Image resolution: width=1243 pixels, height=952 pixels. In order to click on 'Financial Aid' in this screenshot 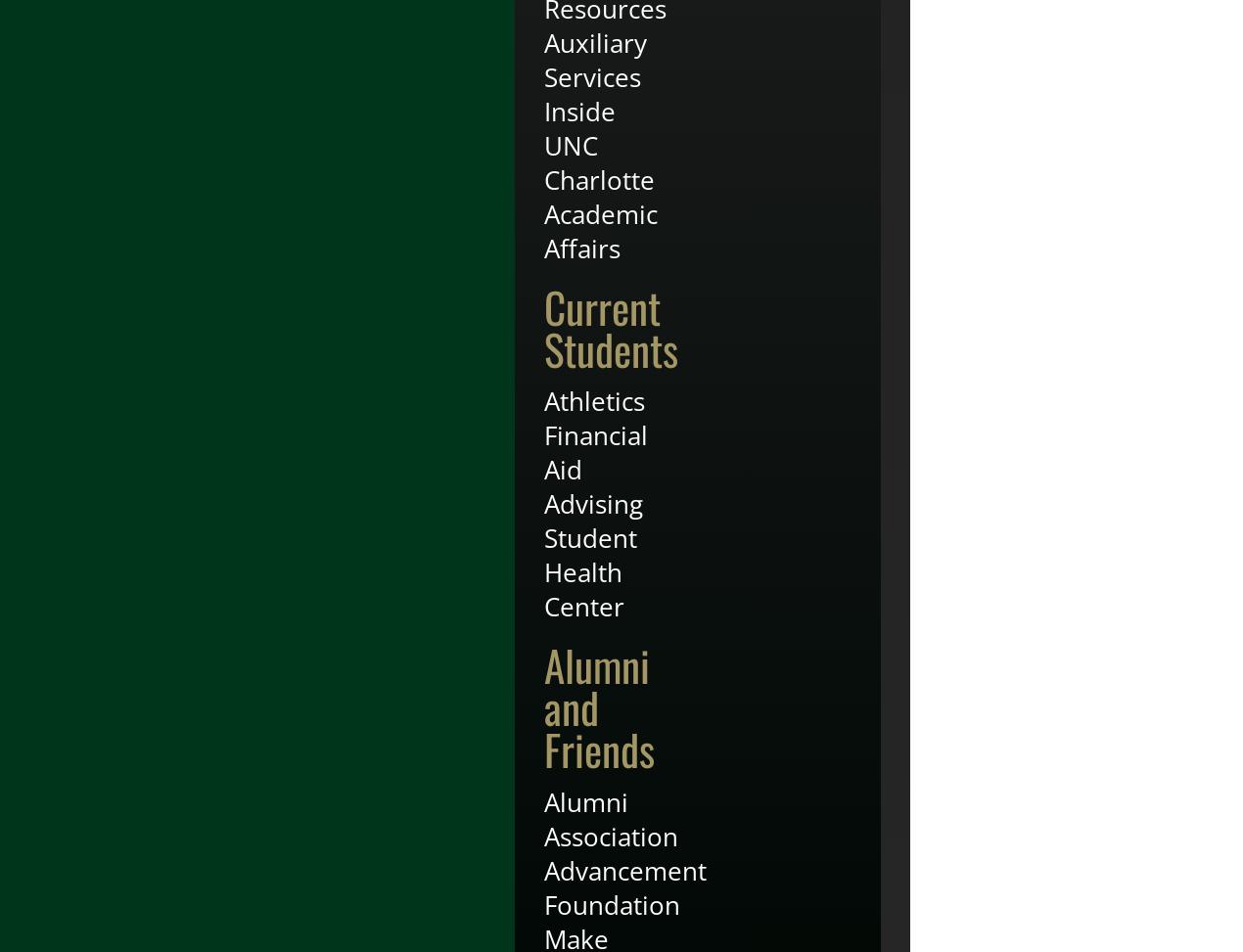, I will do `click(595, 451)`.